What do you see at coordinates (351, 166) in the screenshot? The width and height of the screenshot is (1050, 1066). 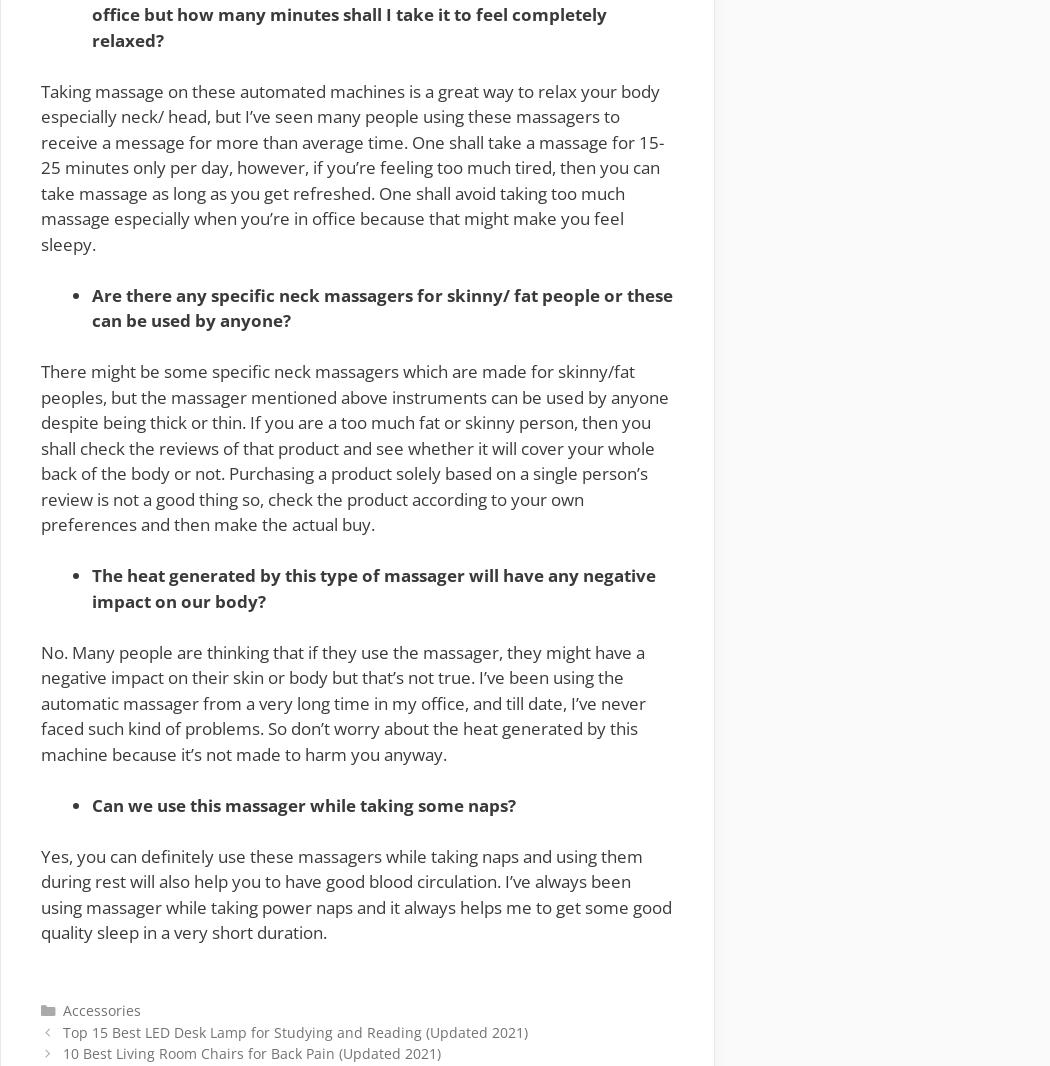 I see `'Taking massage on these automated machines is a great way to relax your body especially neck/ head, but I’ve seen many people using these massagers to receive a message for more than average time. One shall take a massage for 15-25 minutes only per day, however, if you’re feeling too much tired, then you can take massage as long as you get refreshed. One shall avoid taking too much massage especially when you’re in office because that might make you feel sleepy.'` at bounding box center [351, 166].